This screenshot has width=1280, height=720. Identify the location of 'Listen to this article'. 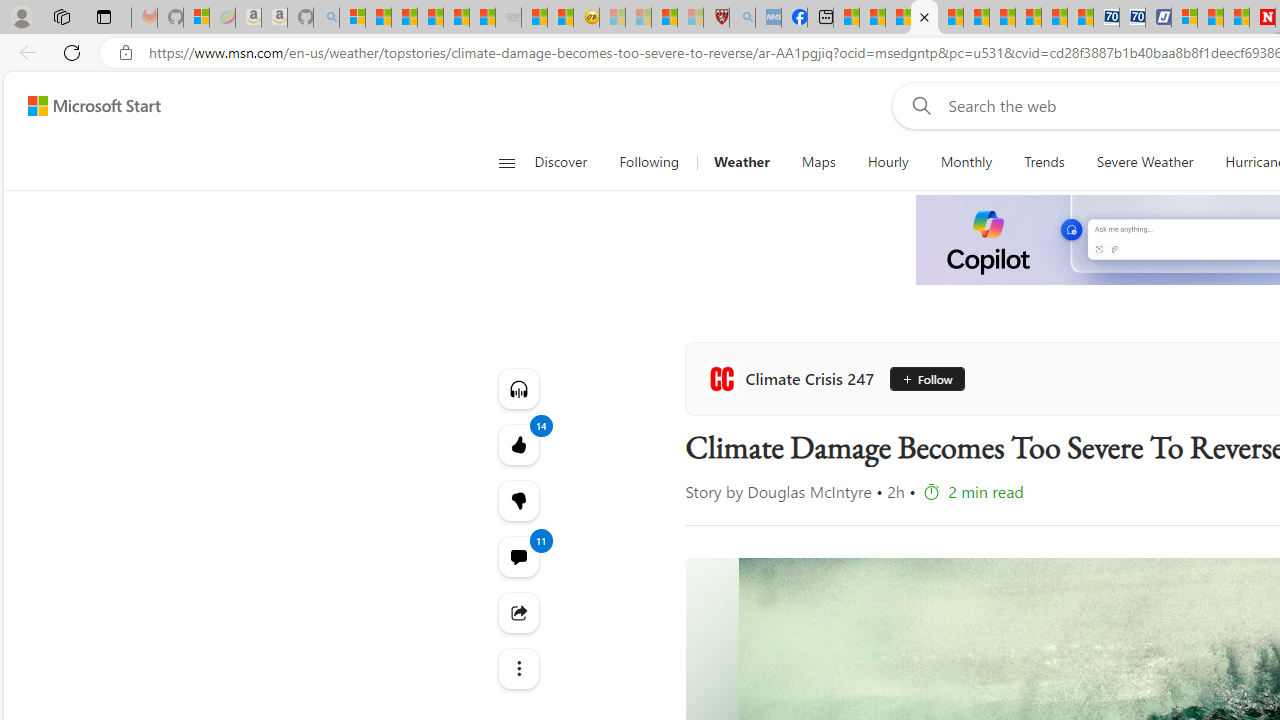
(518, 388).